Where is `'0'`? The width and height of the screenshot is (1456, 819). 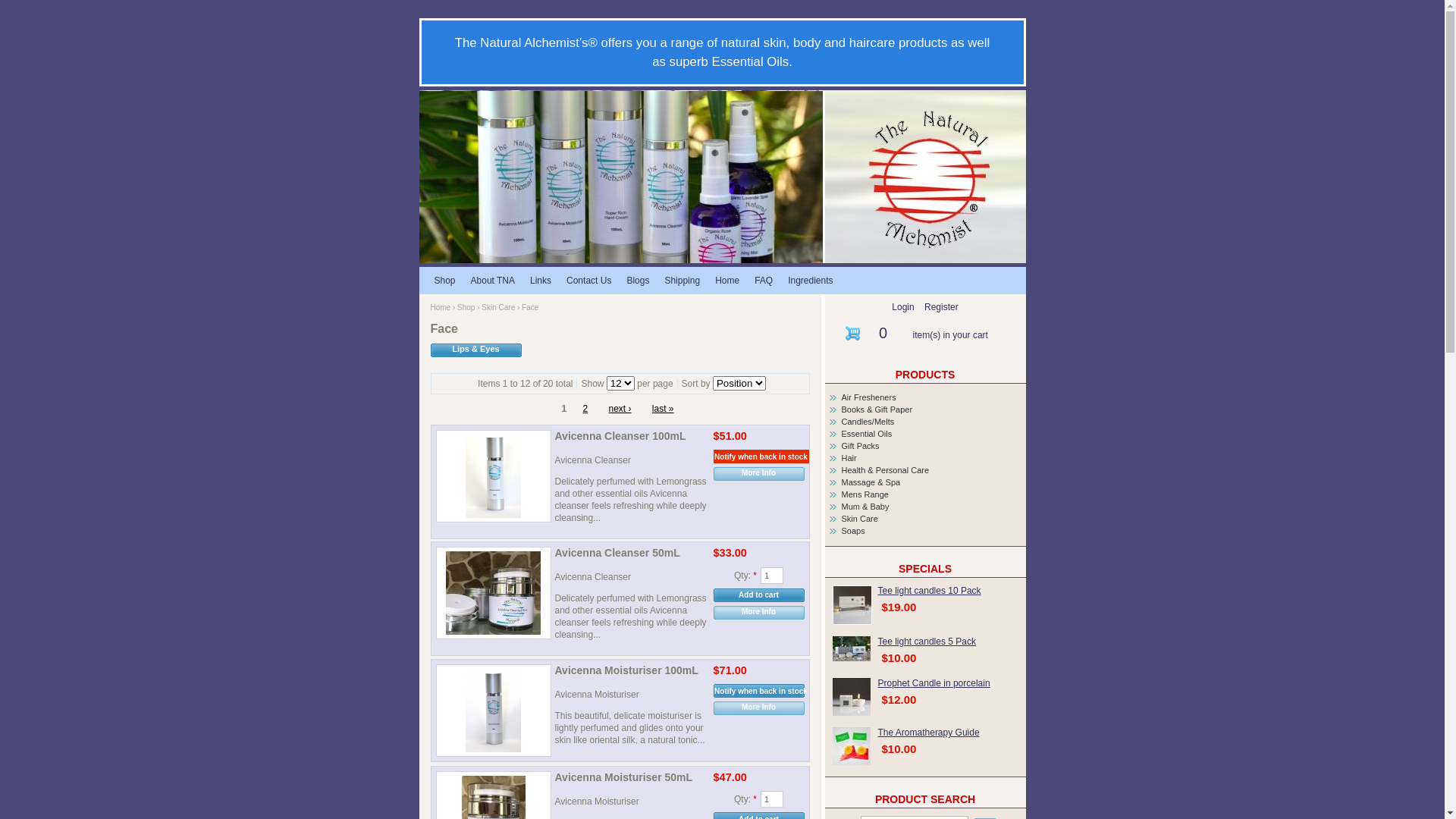
'0' is located at coordinates (883, 332).